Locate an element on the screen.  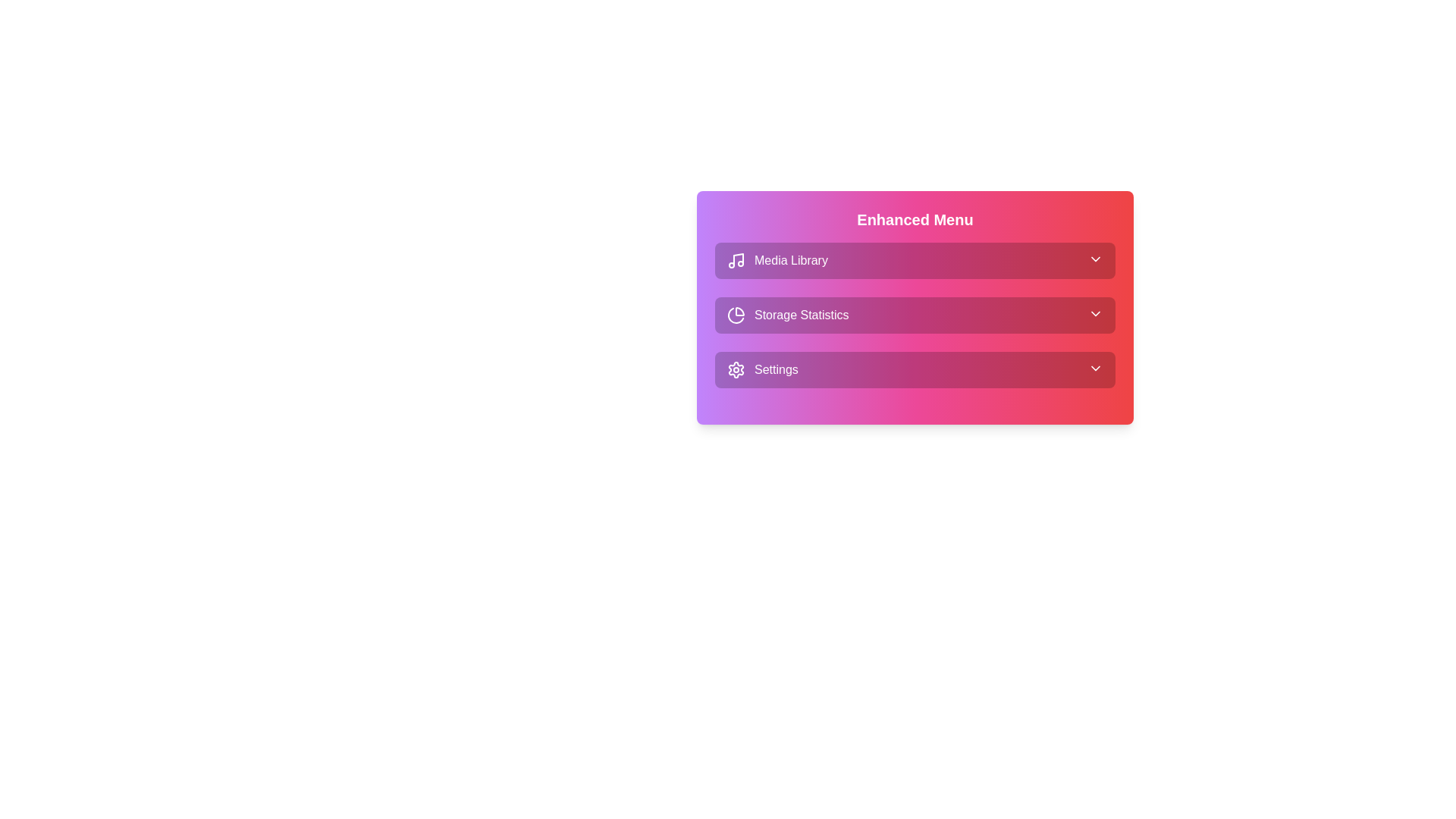
the 'Settings' interactive text label with a gear icon, which is the third item in a vertically stacked list within a gradient panel is located at coordinates (762, 370).